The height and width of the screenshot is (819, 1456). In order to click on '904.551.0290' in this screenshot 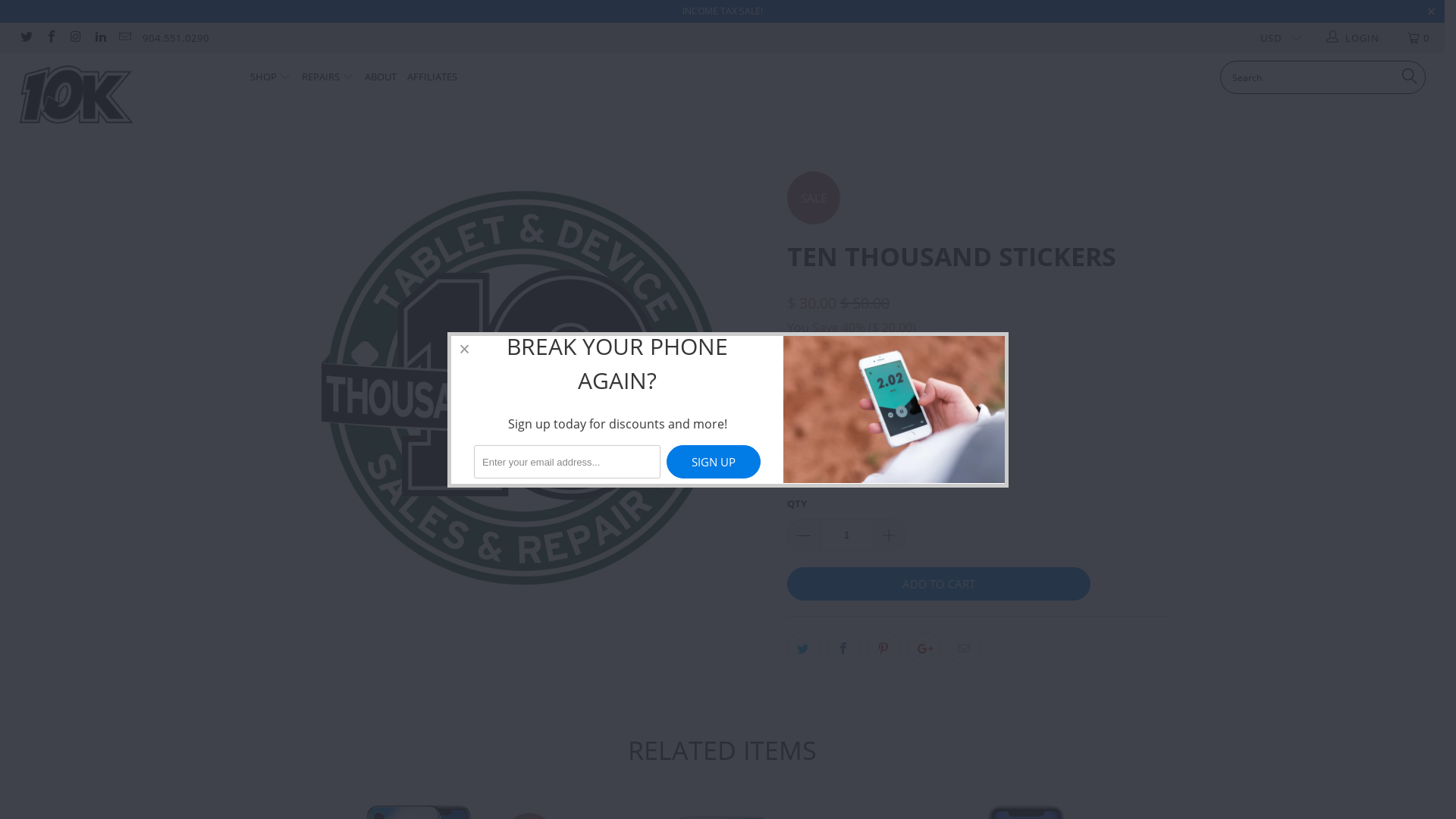, I will do `click(175, 37)`.